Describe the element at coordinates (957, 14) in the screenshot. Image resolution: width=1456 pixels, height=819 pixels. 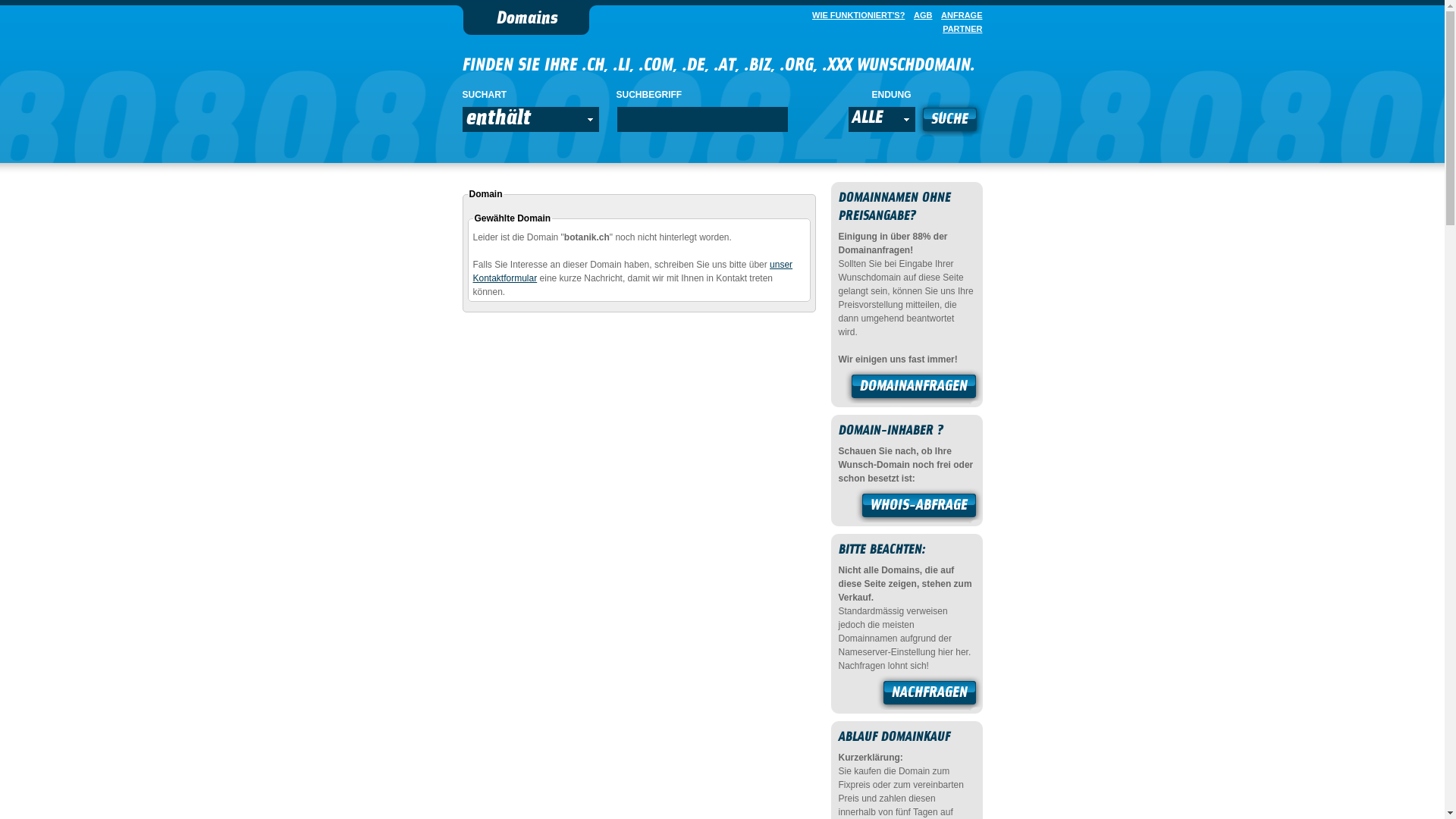
I see `'ANFRAGE'` at that location.